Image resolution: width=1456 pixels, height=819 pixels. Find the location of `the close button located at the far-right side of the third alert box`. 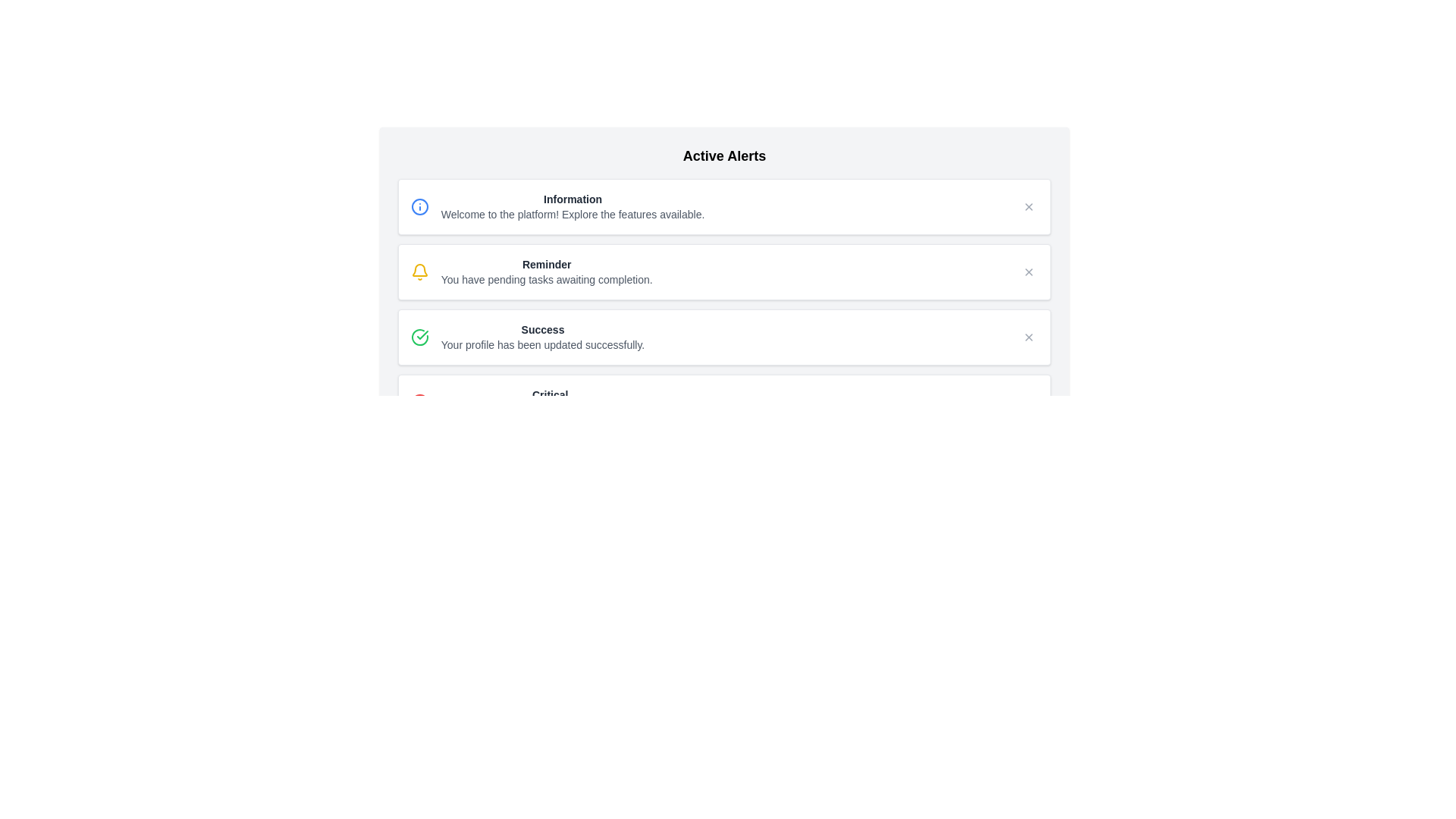

the close button located at the far-right side of the third alert box is located at coordinates (1029, 336).